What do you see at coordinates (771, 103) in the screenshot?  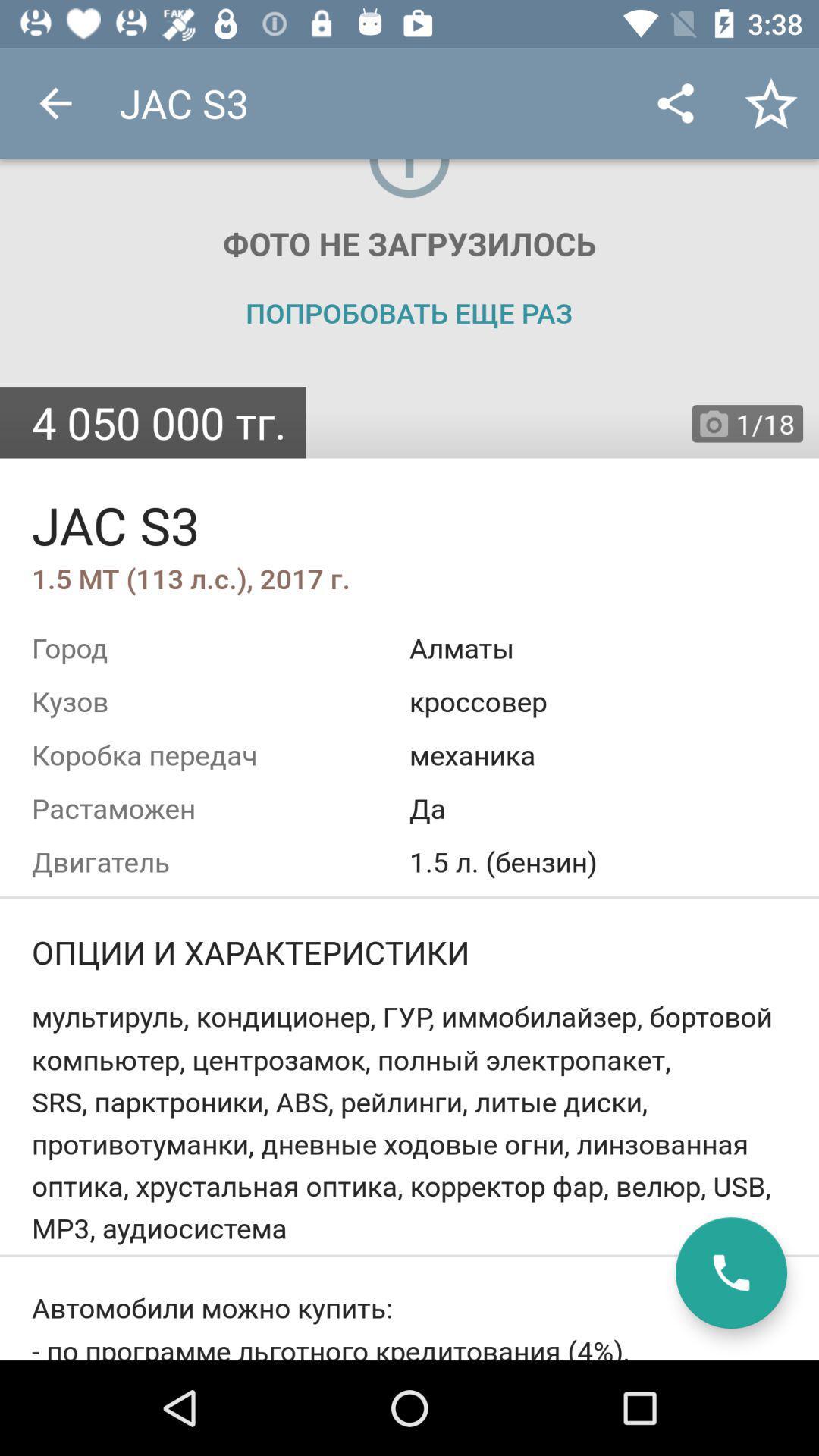 I see `icon beside share` at bounding box center [771, 103].